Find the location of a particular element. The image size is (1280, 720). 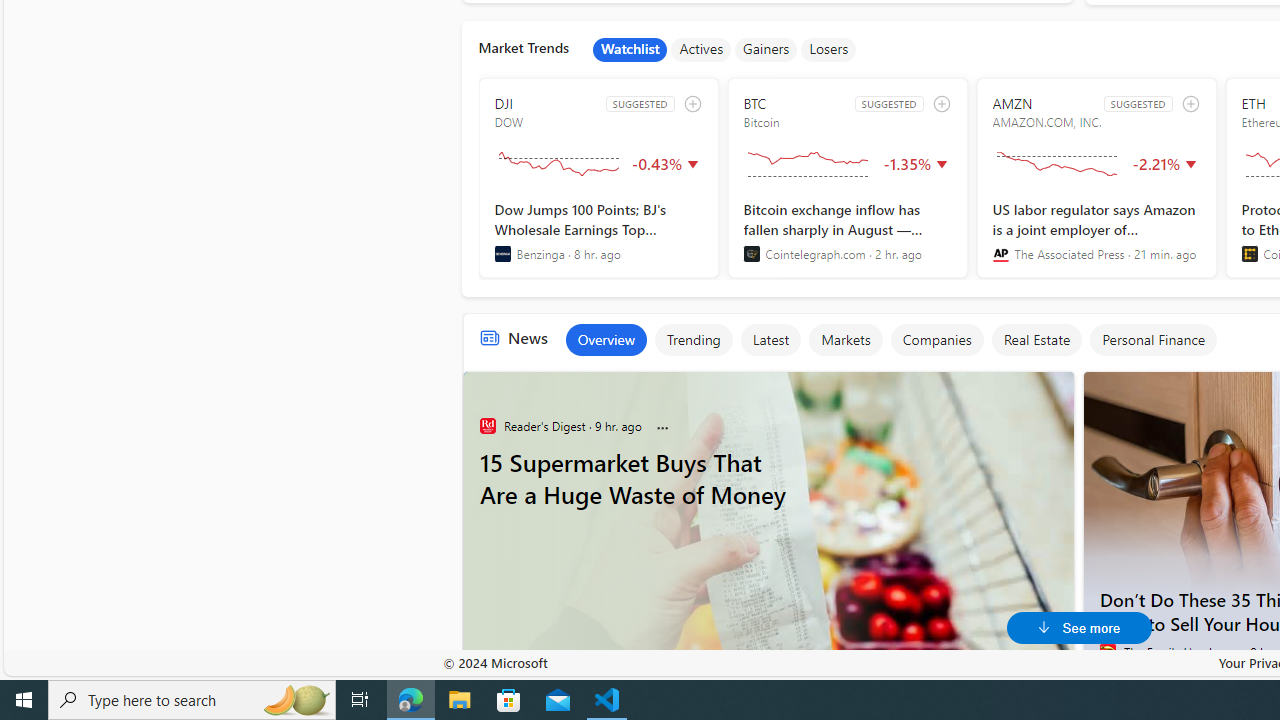

'Companies' is located at coordinates (935, 338).